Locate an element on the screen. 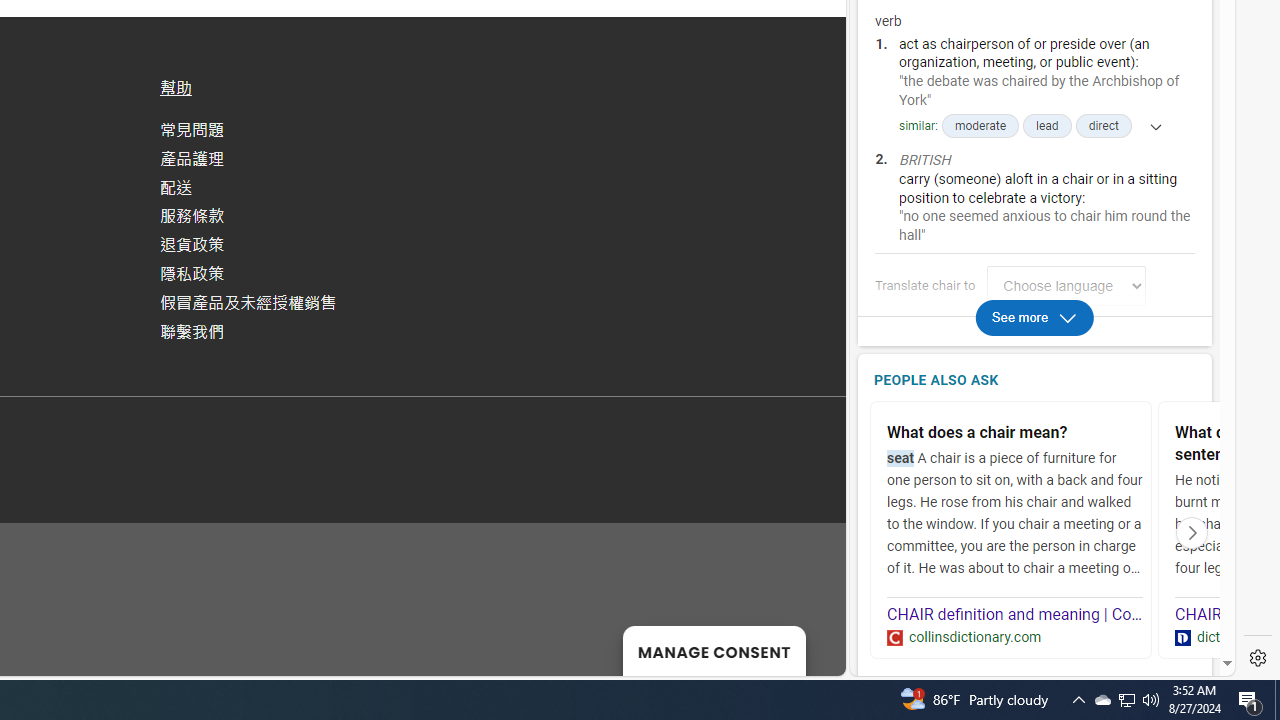 This screenshot has height=720, width=1280. 'direct' is located at coordinates (1102, 126).